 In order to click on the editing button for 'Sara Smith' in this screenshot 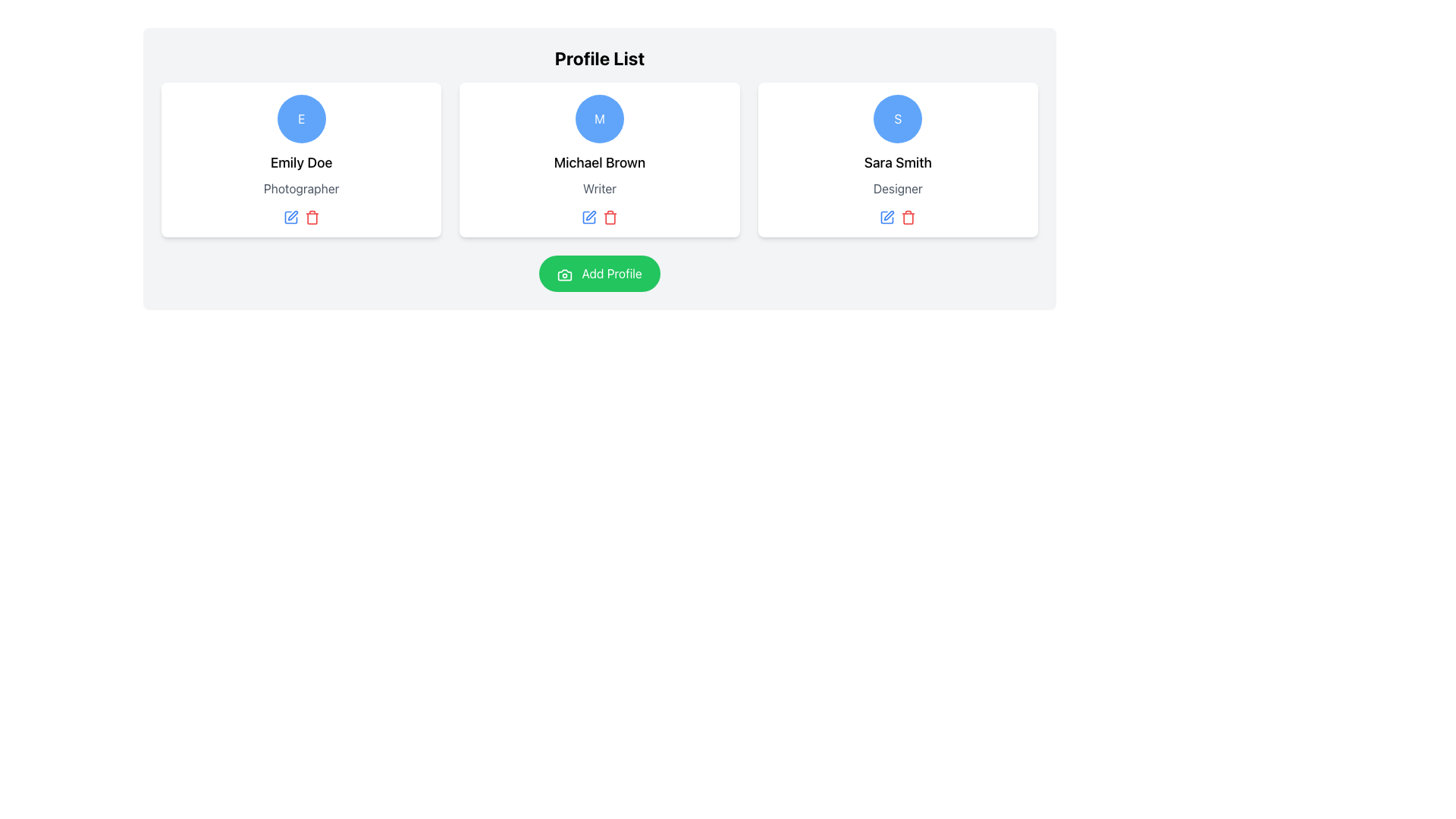, I will do `click(887, 217)`.